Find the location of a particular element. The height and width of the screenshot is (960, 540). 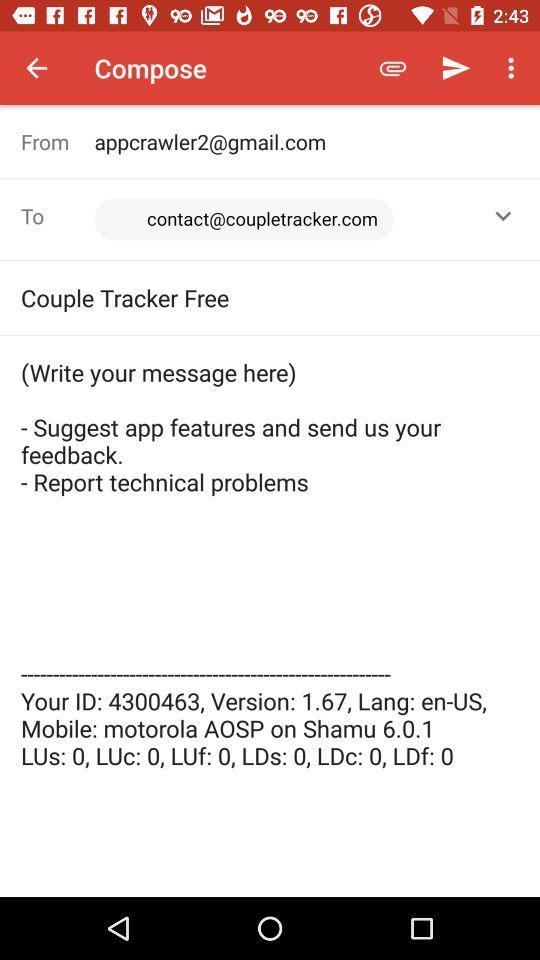

couple tracker free item is located at coordinates (270, 296).